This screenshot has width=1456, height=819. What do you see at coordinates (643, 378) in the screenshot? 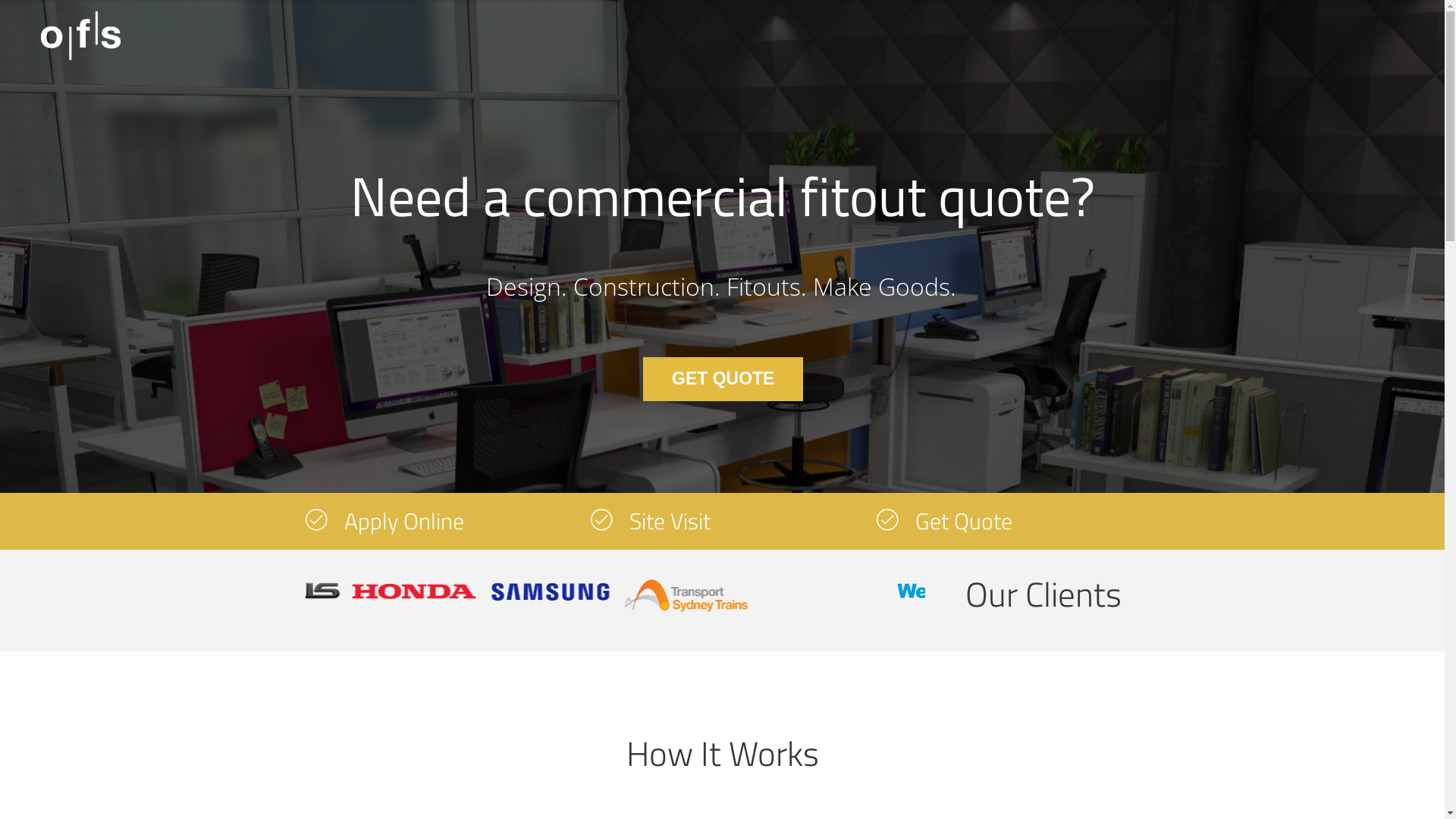
I see `'GET QUOTE'` at bounding box center [643, 378].